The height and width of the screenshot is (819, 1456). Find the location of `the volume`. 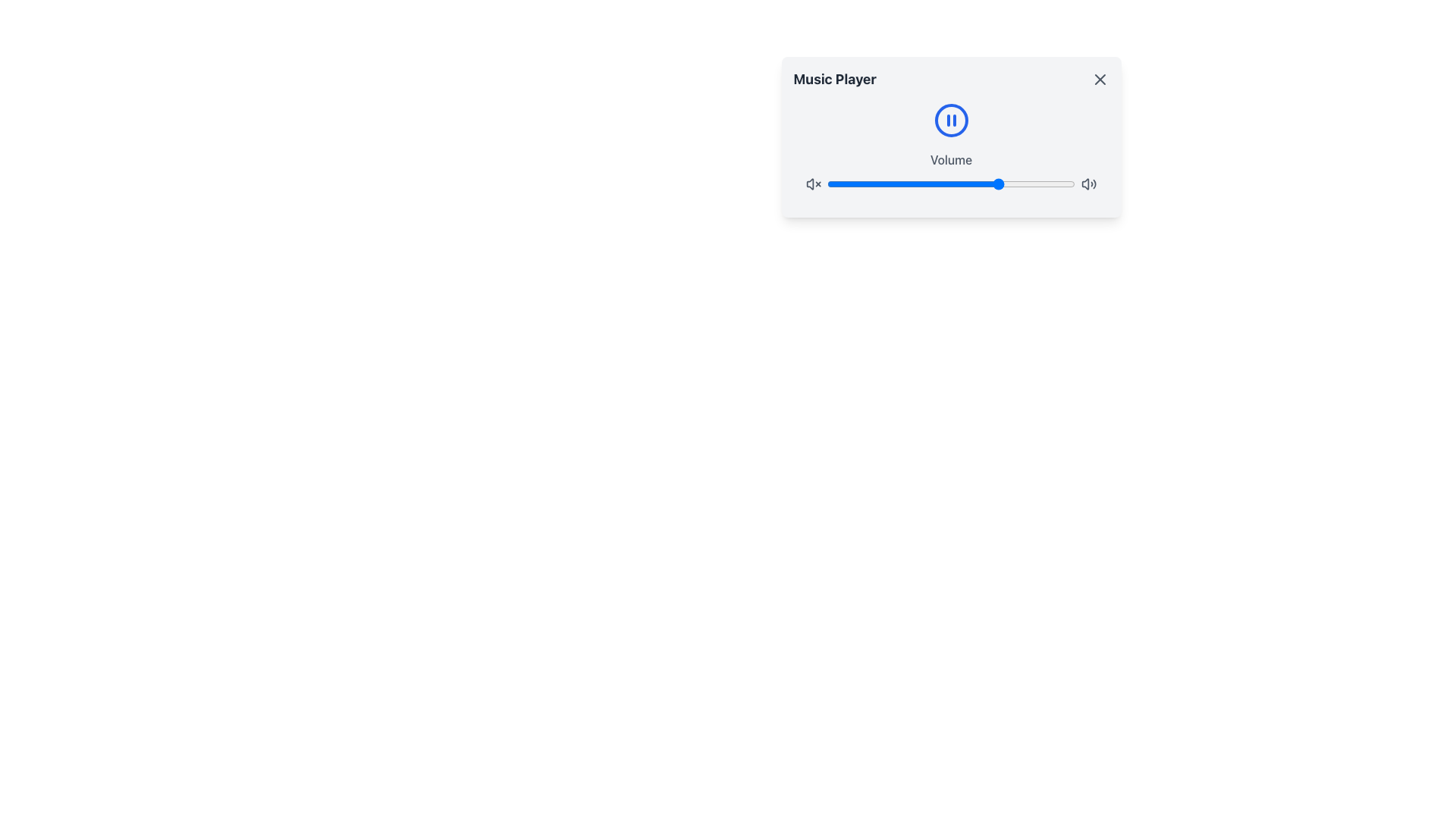

the volume is located at coordinates (965, 184).